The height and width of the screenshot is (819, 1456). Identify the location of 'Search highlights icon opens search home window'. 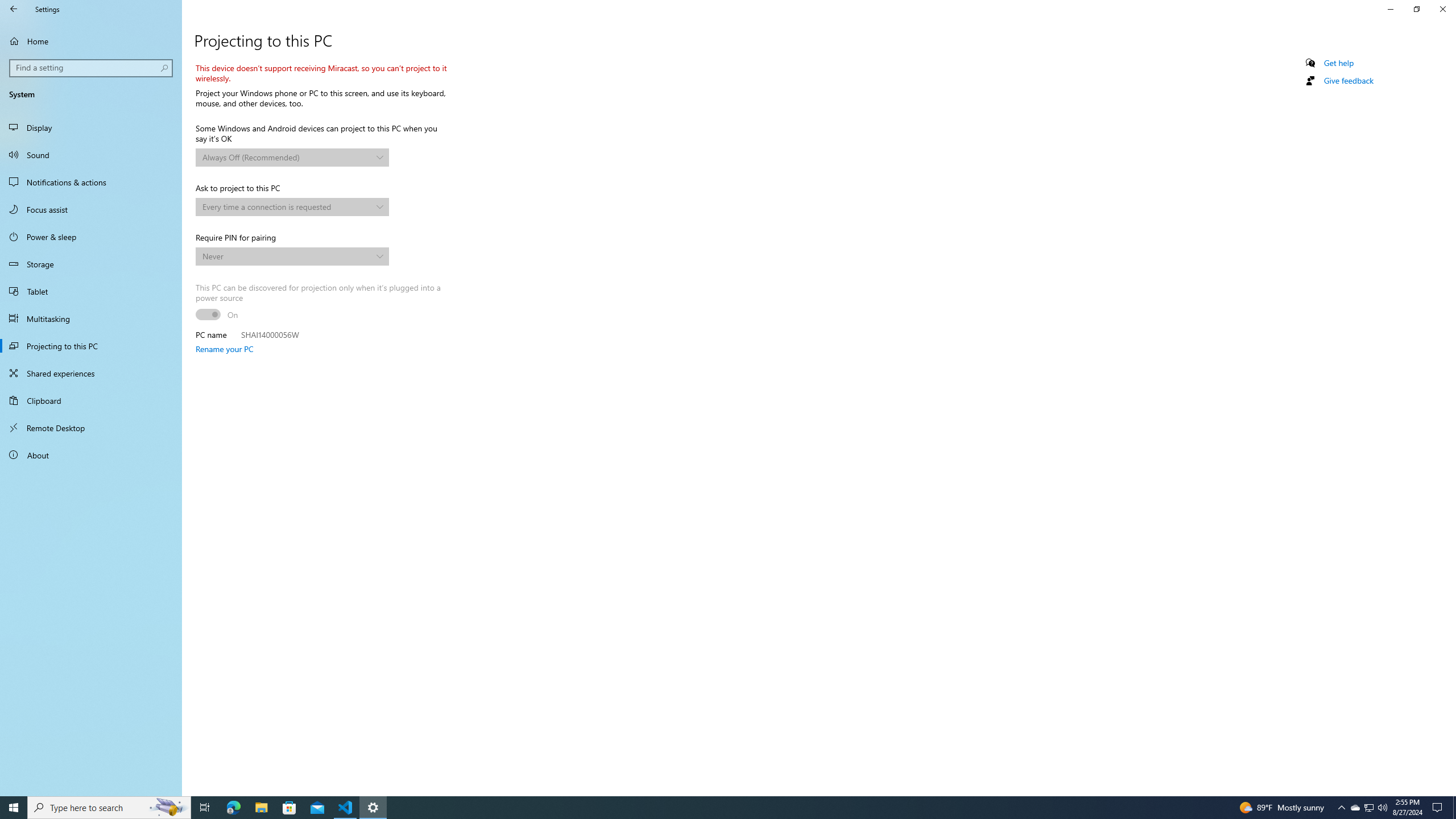
(167, 806).